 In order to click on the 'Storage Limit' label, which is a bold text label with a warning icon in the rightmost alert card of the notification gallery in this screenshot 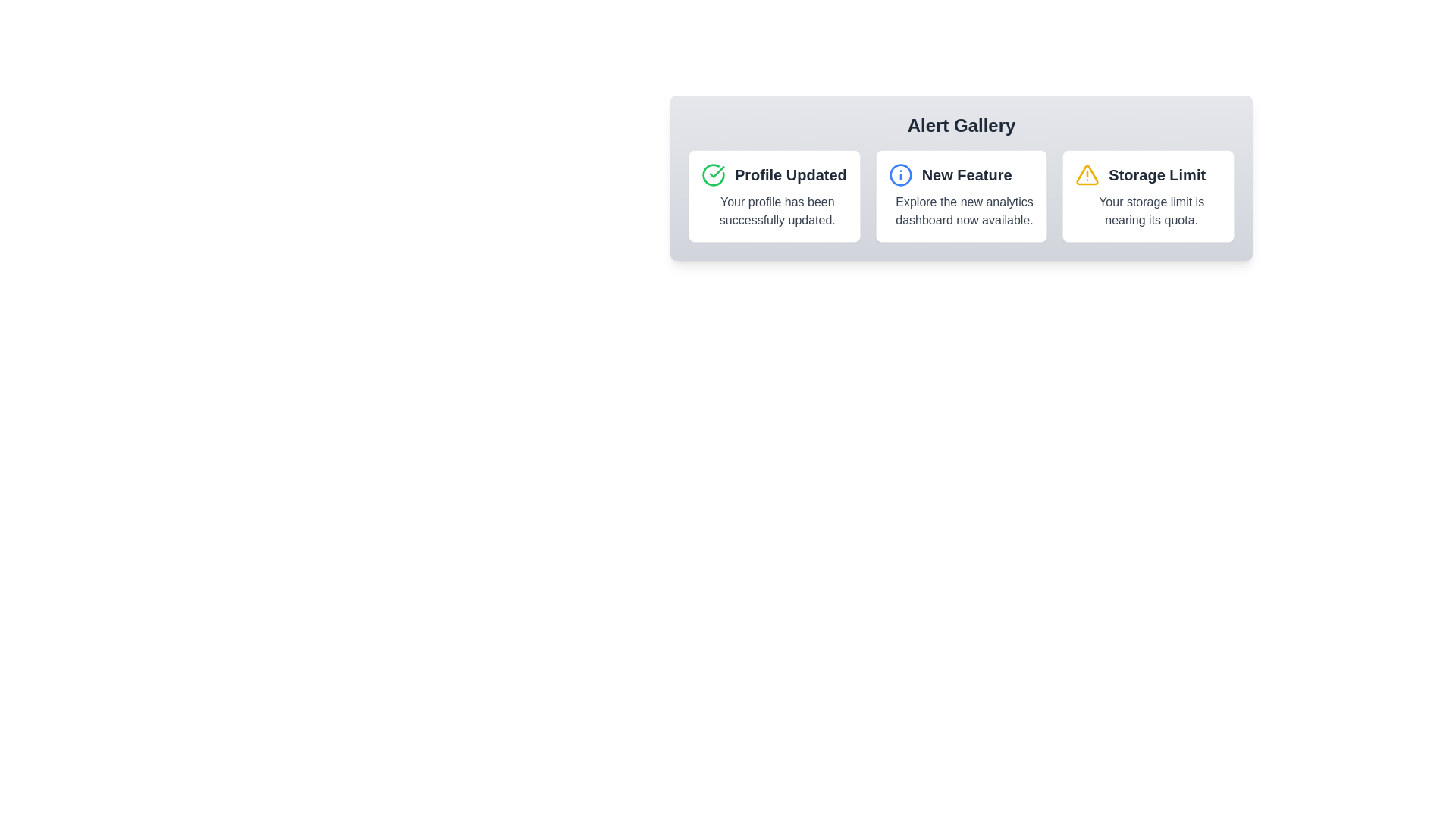, I will do `click(1148, 174)`.